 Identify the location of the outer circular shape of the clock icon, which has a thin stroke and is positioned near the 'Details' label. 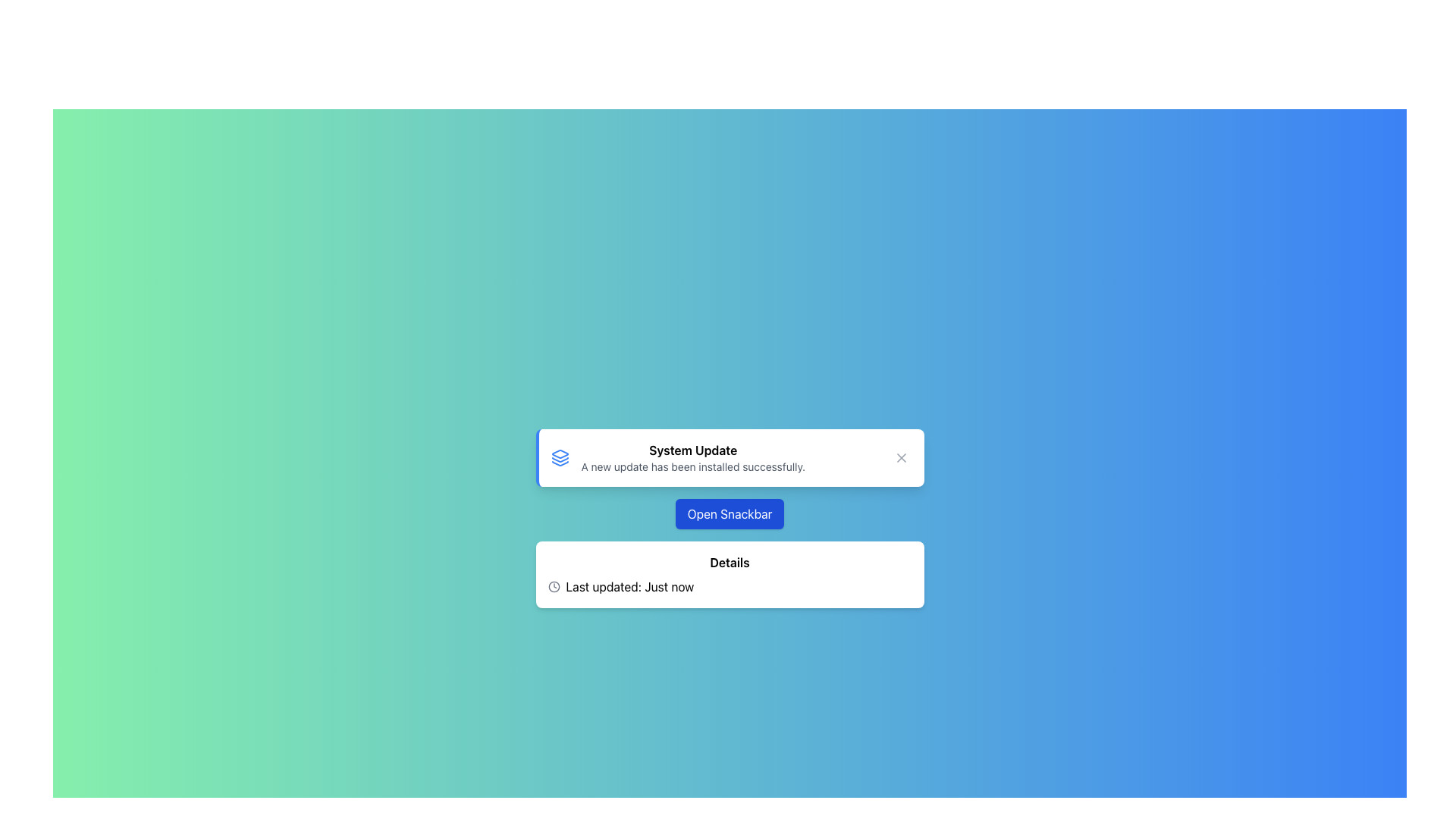
(553, 586).